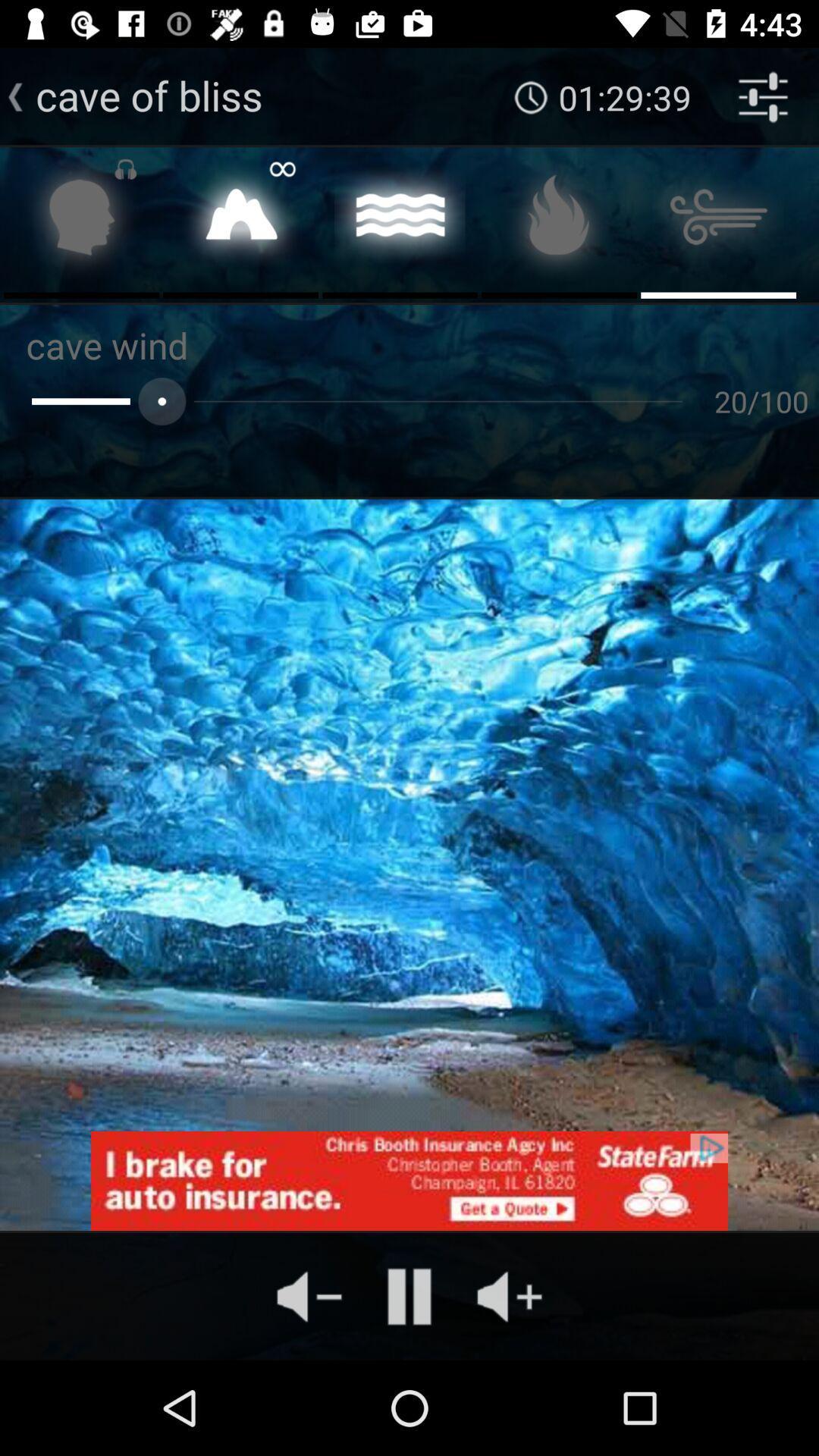 This screenshot has height=1456, width=819. I want to click on rite, so click(240, 221).